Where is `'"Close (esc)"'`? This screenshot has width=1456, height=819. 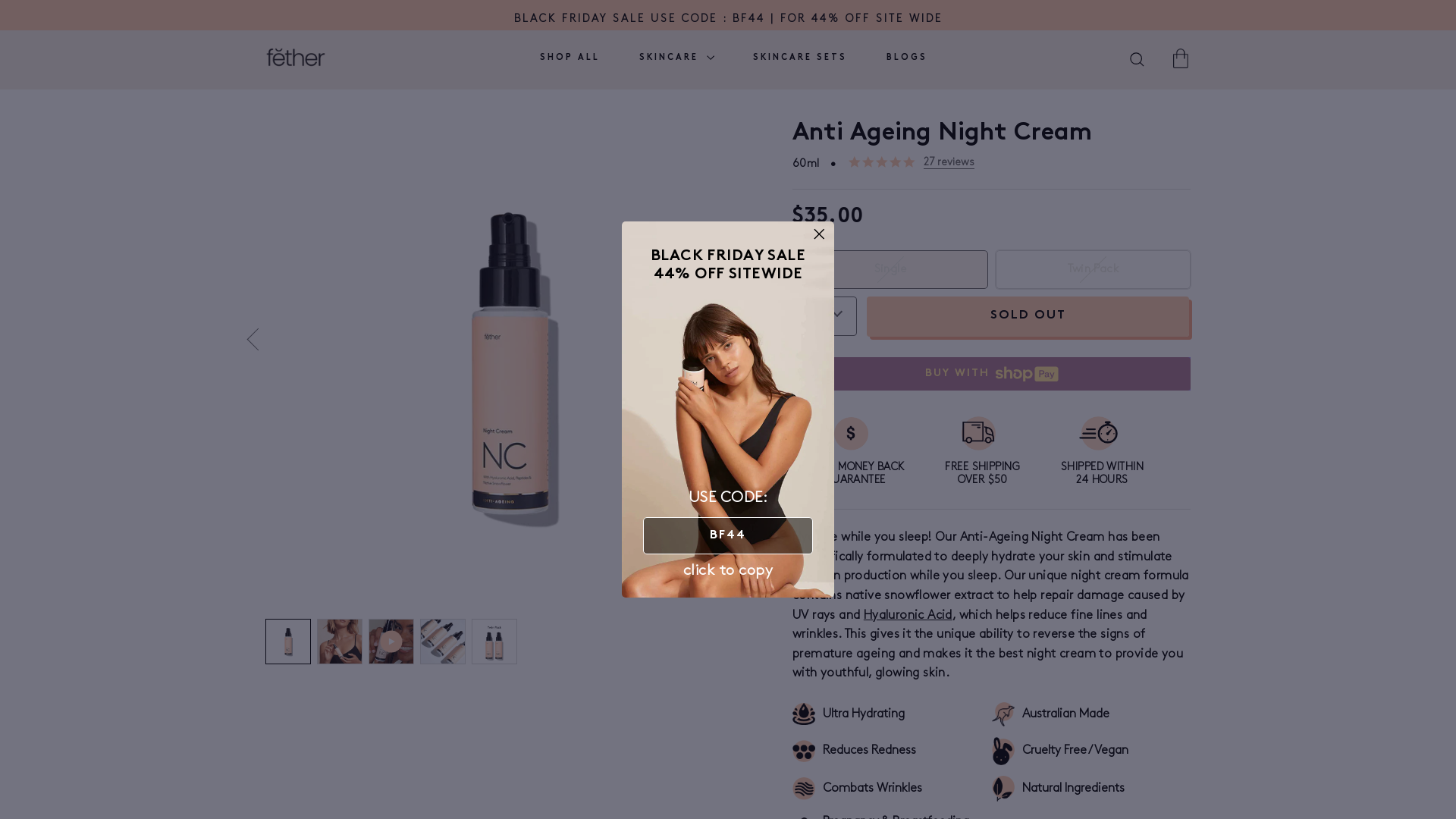
'"Close (esc)"' is located at coordinates (820, 234).